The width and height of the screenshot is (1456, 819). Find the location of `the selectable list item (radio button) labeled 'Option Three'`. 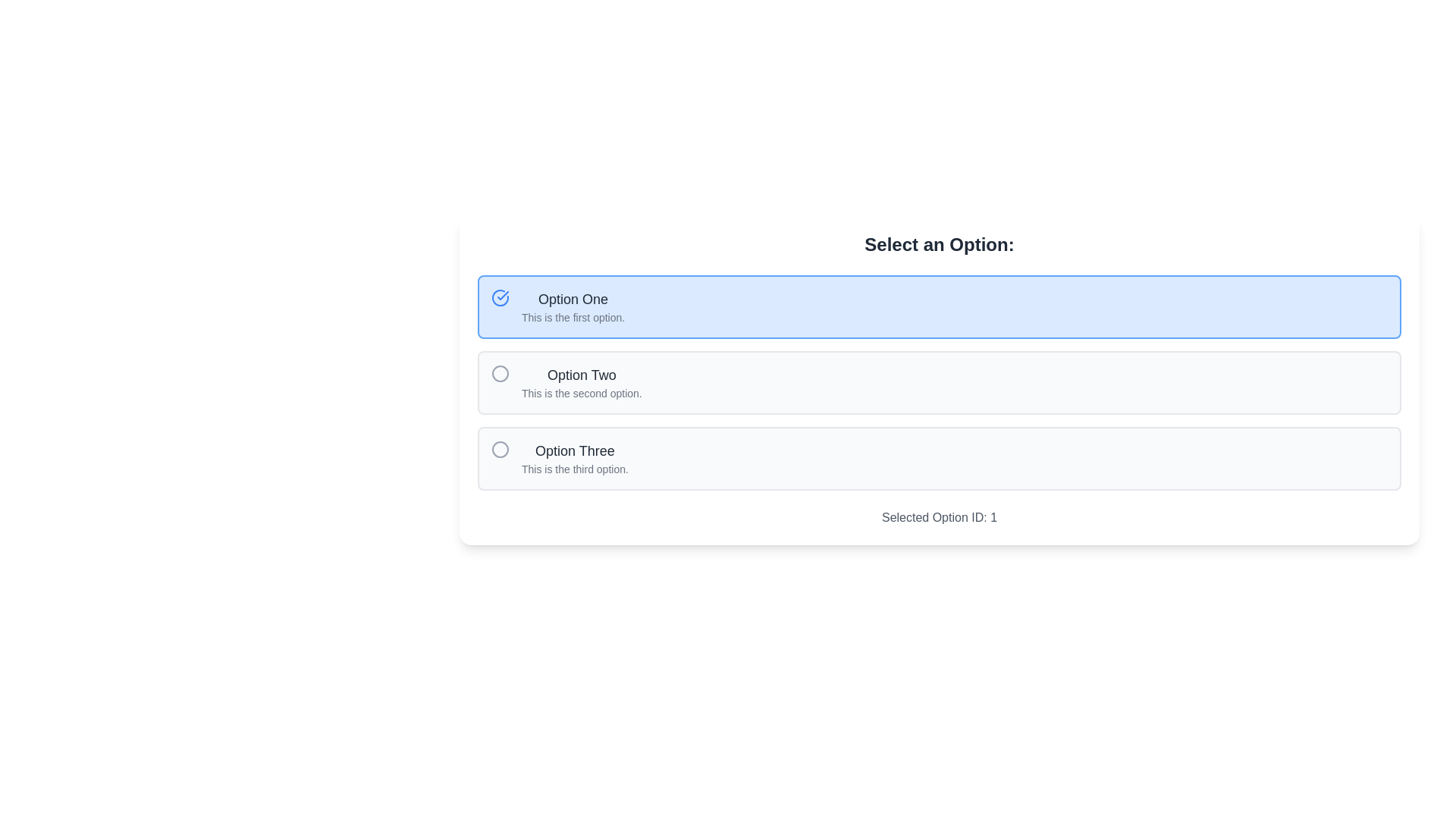

the selectable list item (radio button) labeled 'Option Three' is located at coordinates (938, 458).